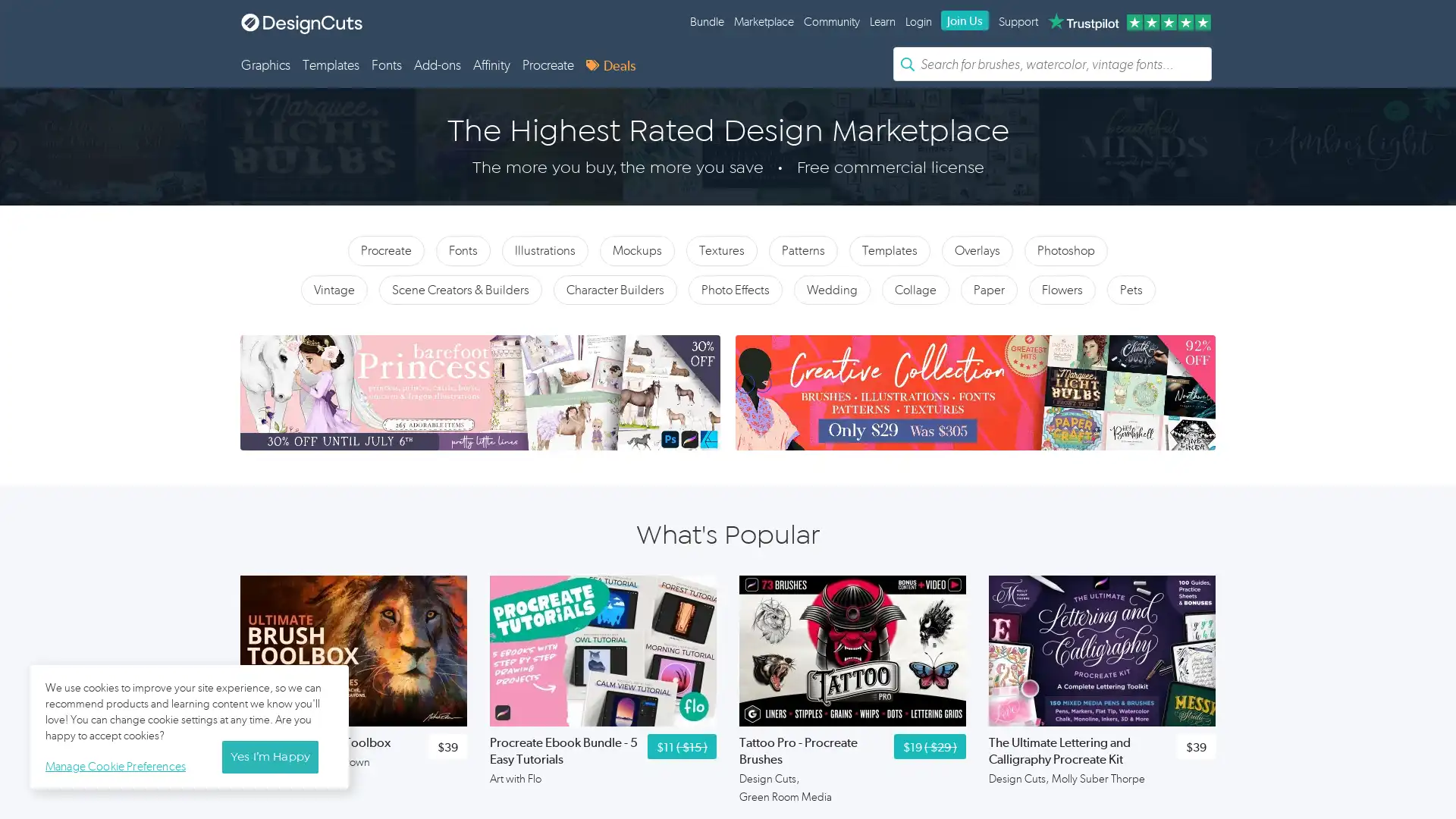 This screenshot has width=1456, height=819. Describe the element at coordinates (118, 764) in the screenshot. I see `Manage Cookie Preferences` at that location.